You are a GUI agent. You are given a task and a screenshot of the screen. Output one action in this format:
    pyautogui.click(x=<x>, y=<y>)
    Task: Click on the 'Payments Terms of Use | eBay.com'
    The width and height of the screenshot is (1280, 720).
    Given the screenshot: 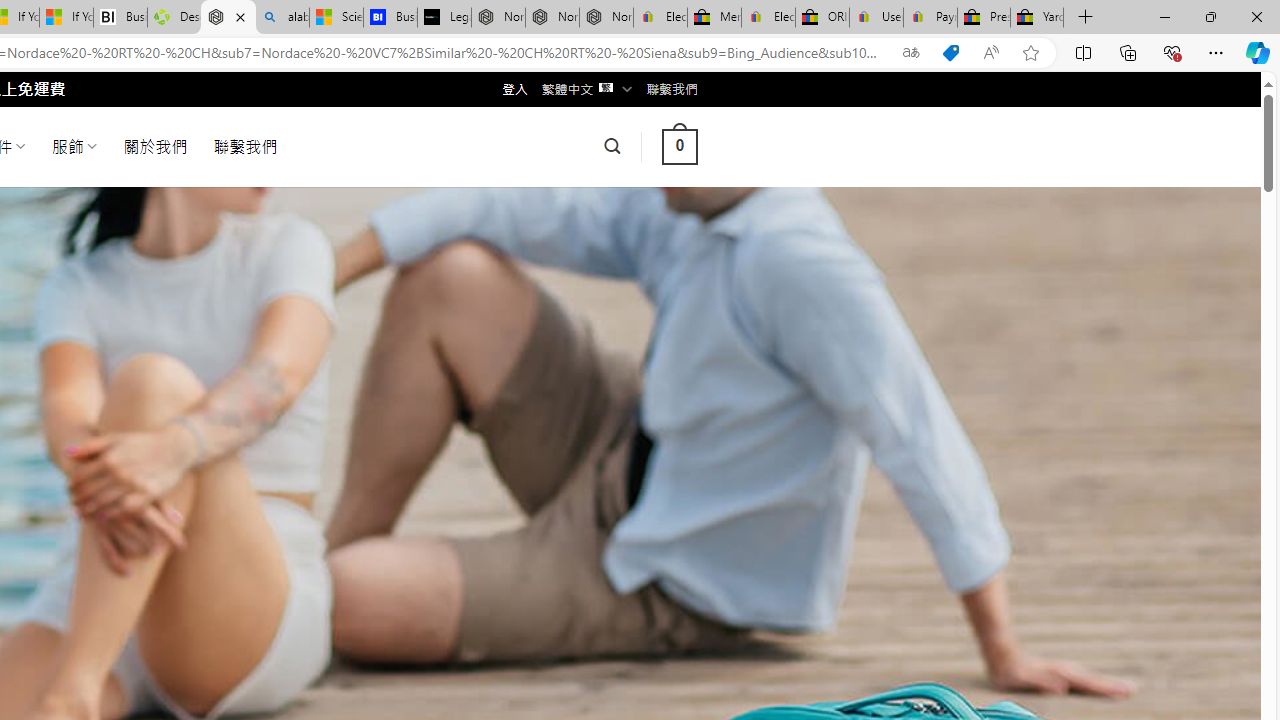 What is the action you would take?
    pyautogui.click(x=929, y=17)
    